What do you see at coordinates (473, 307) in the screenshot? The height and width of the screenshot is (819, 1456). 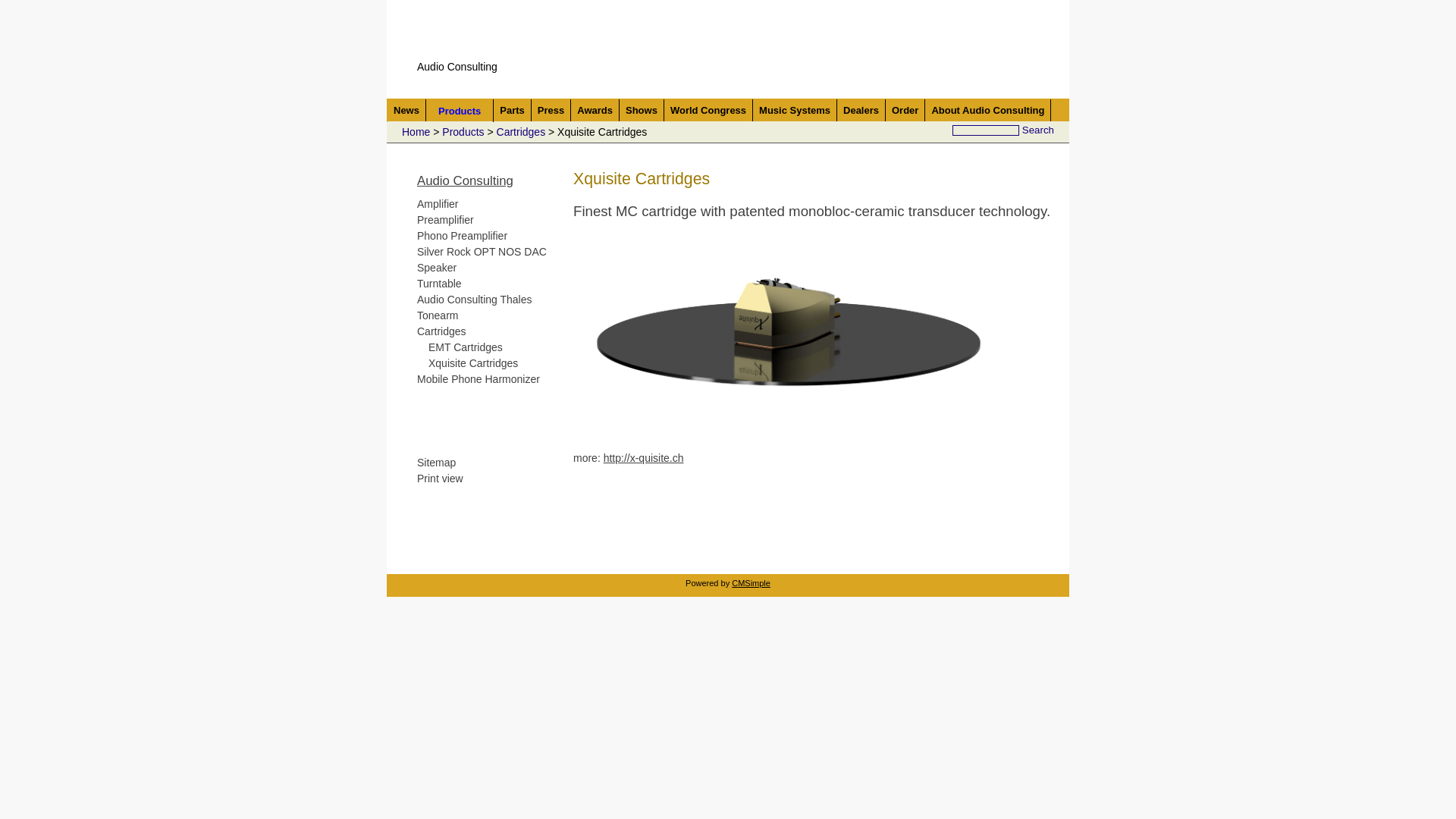 I see `'Audio Consulting Thales Tonearm'` at bounding box center [473, 307].